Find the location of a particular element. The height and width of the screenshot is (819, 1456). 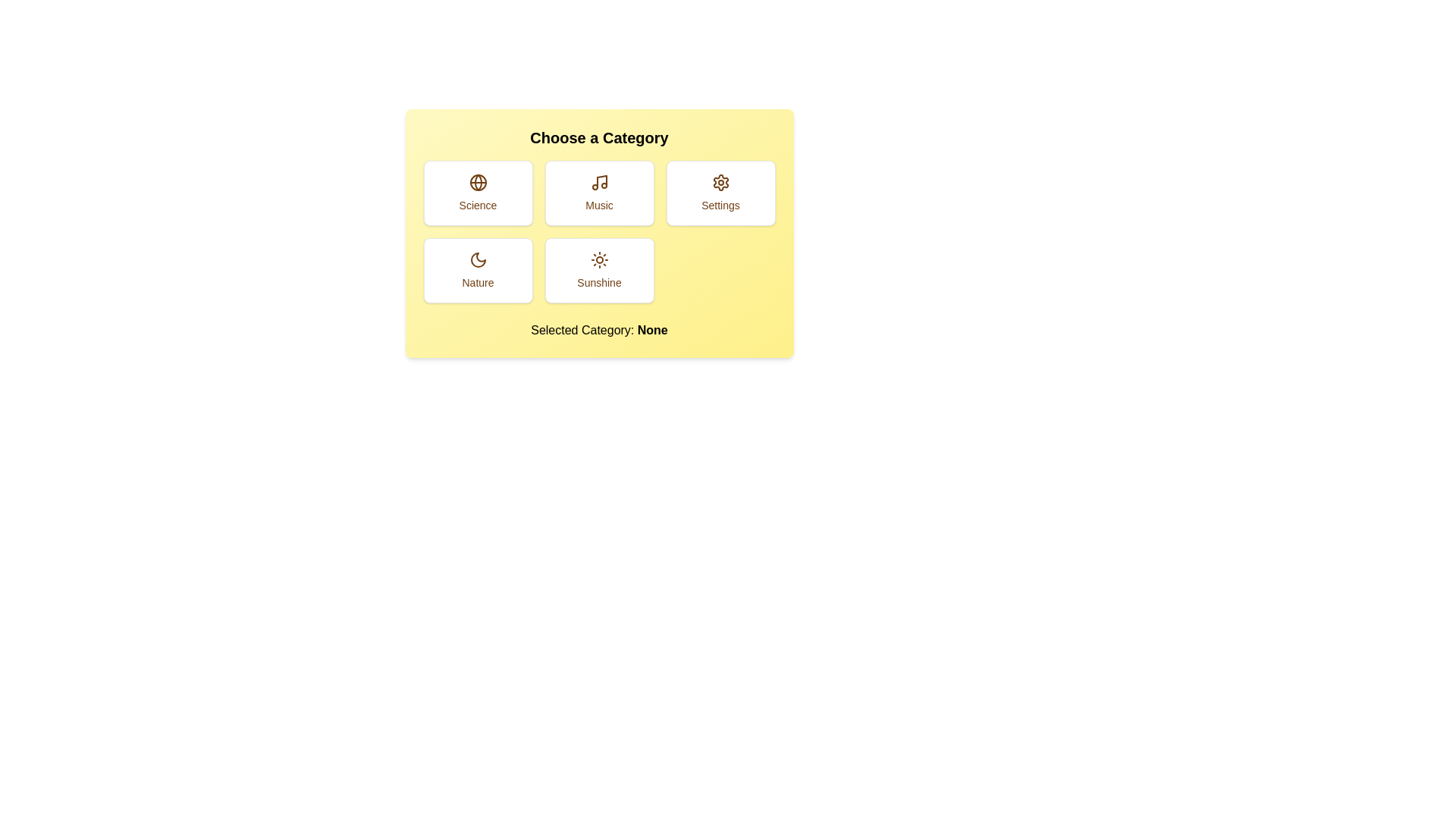

the category option in the Selector Component is located at coordinates (598, 234).